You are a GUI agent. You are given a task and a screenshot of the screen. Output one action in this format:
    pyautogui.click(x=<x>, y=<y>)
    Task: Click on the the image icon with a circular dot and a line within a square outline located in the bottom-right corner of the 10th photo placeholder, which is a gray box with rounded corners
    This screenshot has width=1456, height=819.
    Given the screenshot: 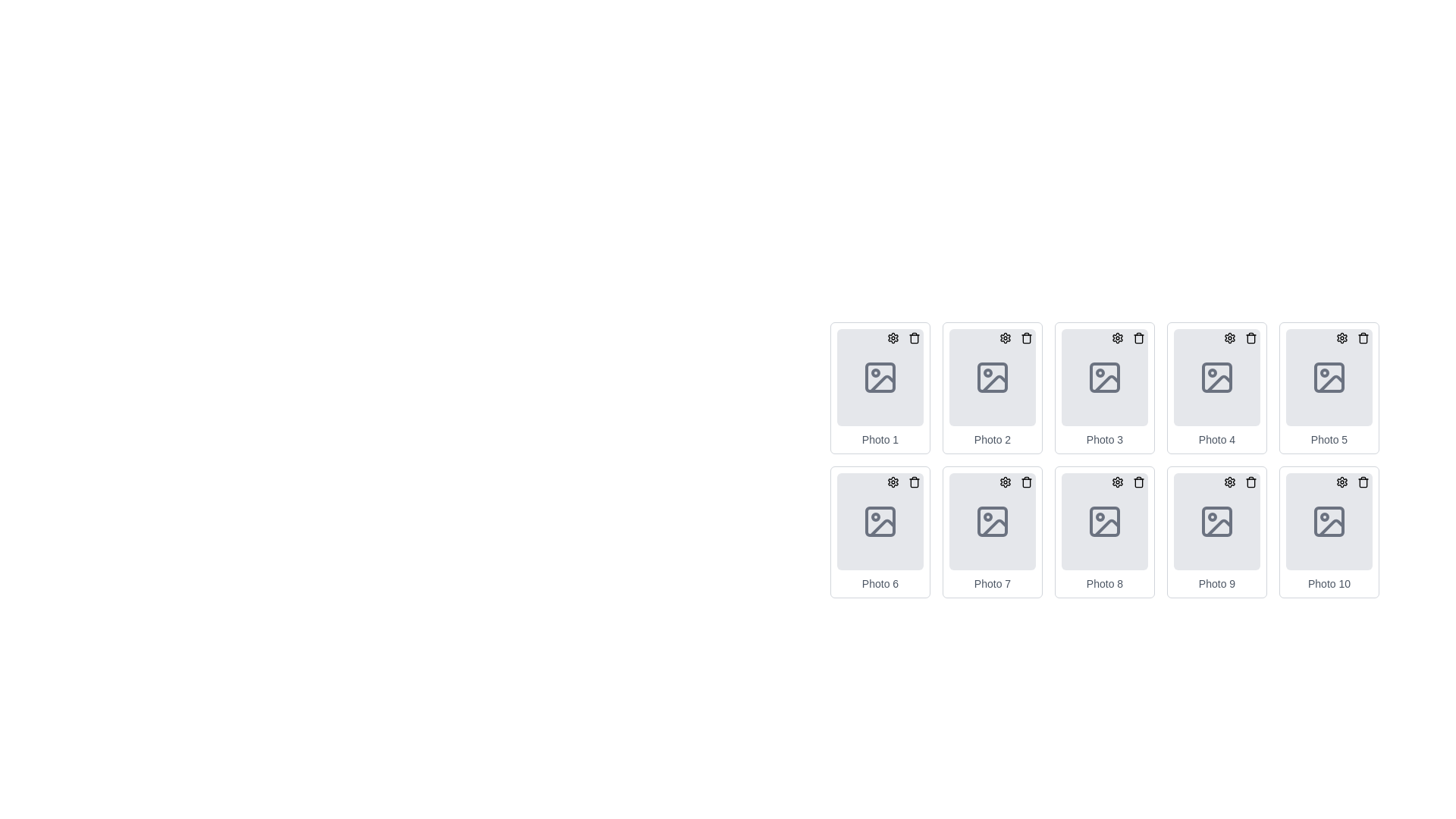 What is the action you would take?
    pyautogui.click(x=1328, y=520)
    